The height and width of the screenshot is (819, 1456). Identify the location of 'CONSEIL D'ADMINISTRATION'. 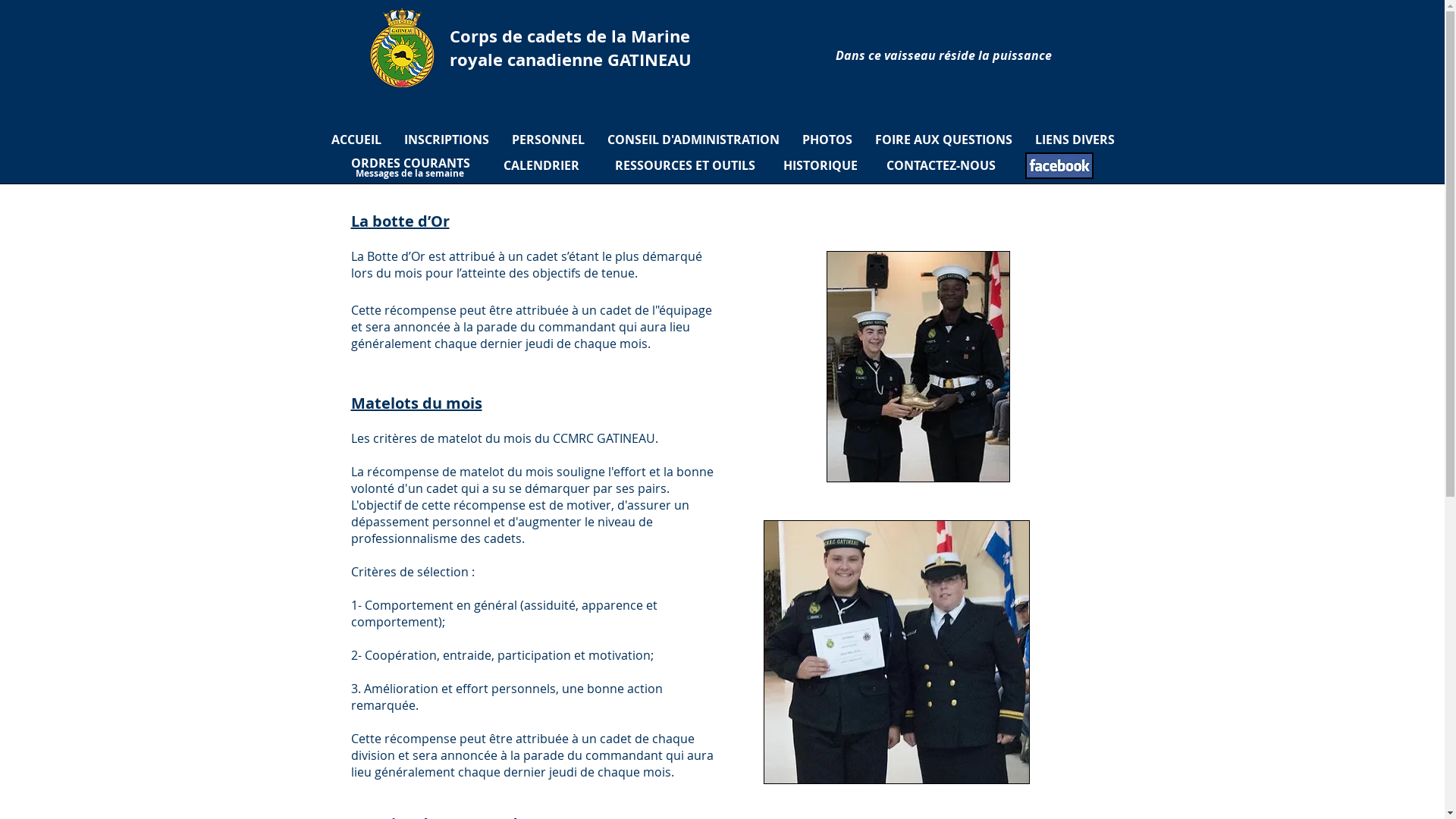
(692, 140).